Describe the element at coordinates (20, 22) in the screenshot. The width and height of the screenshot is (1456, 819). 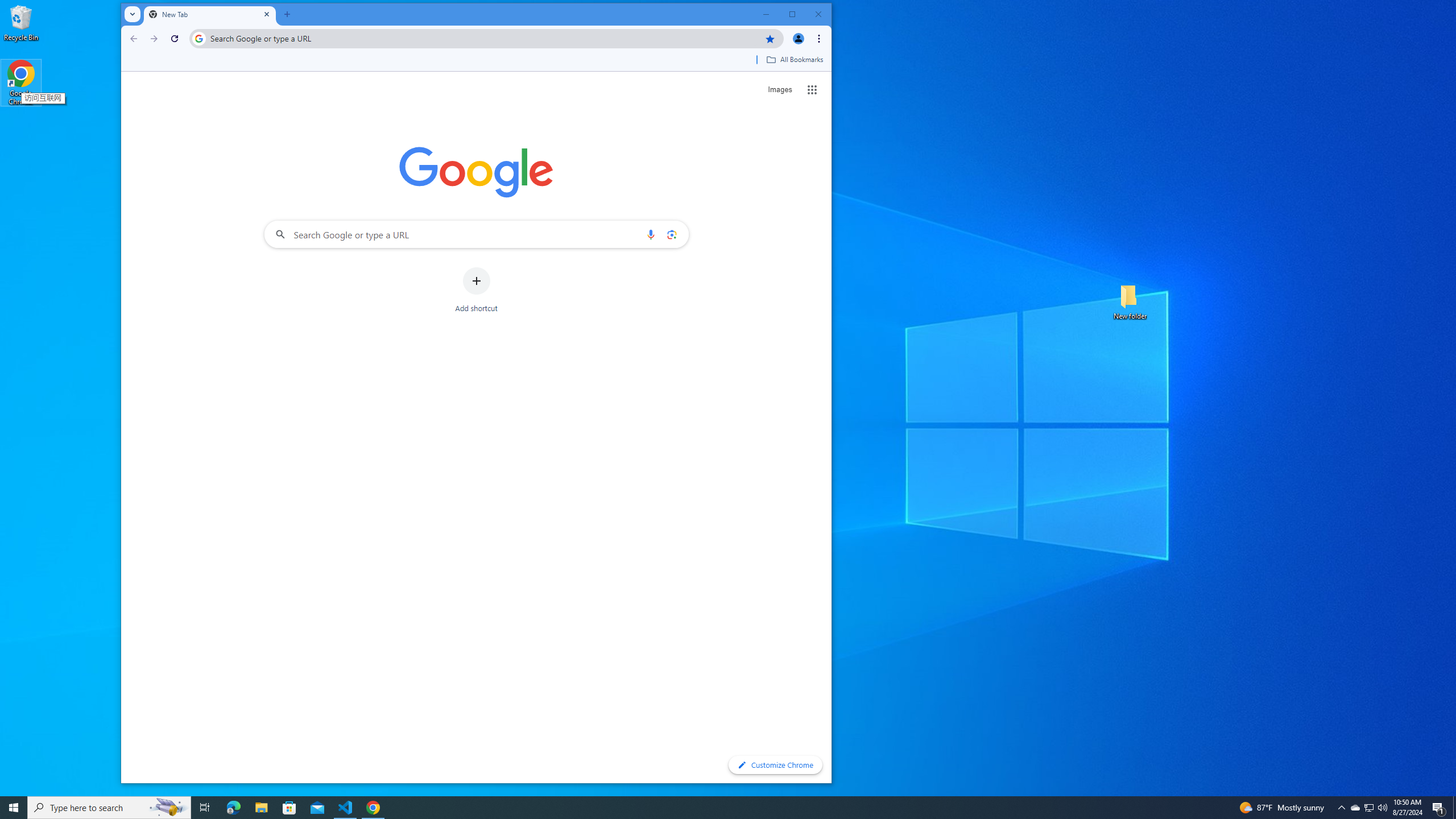
I see `'Recycle Bin'` at that location.